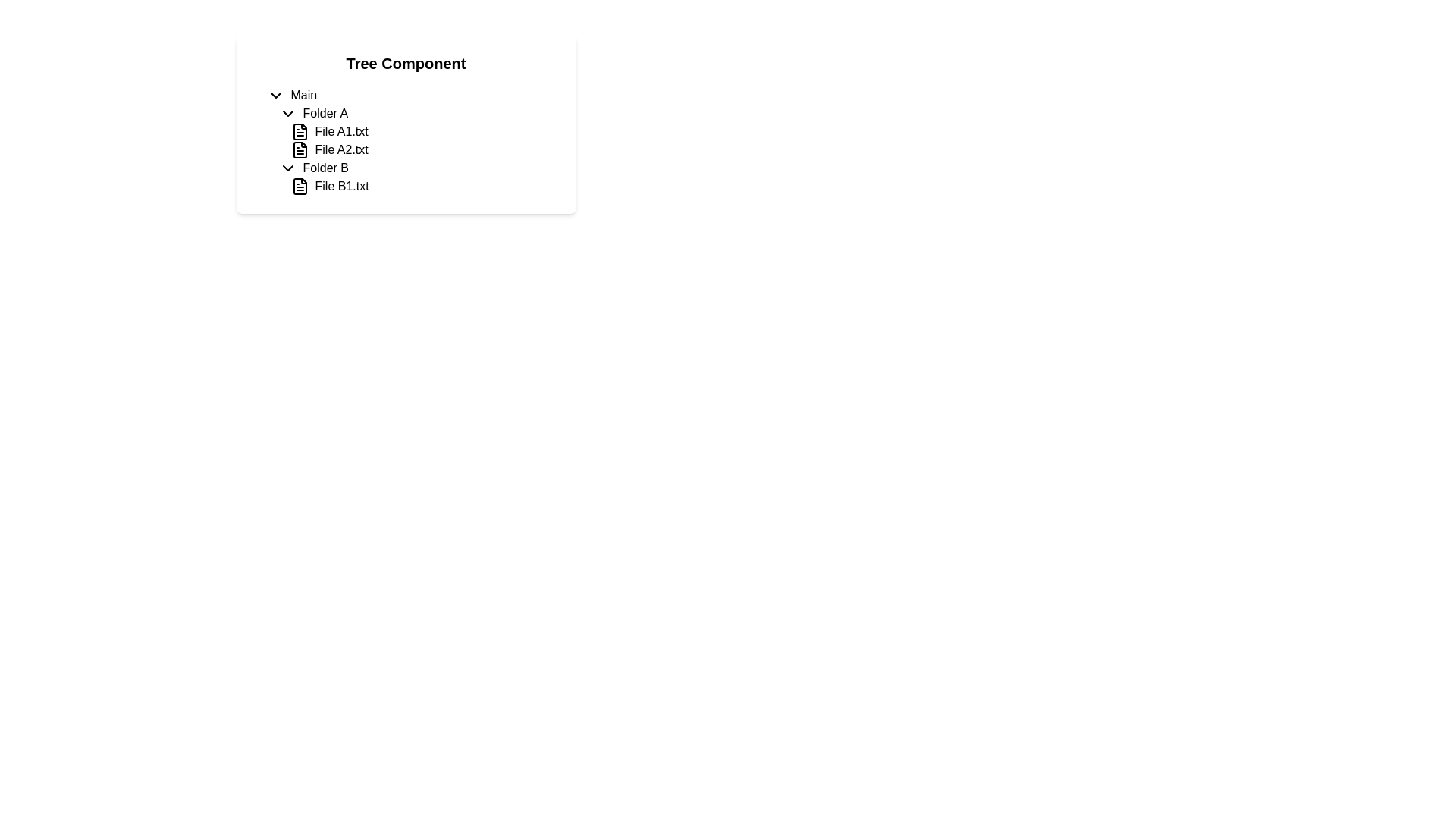  What do you see at coordinates (412, 96) in the screenshot?
I see `the 'Main' Collapsible Tree Node` at bounding box center [412, 96].